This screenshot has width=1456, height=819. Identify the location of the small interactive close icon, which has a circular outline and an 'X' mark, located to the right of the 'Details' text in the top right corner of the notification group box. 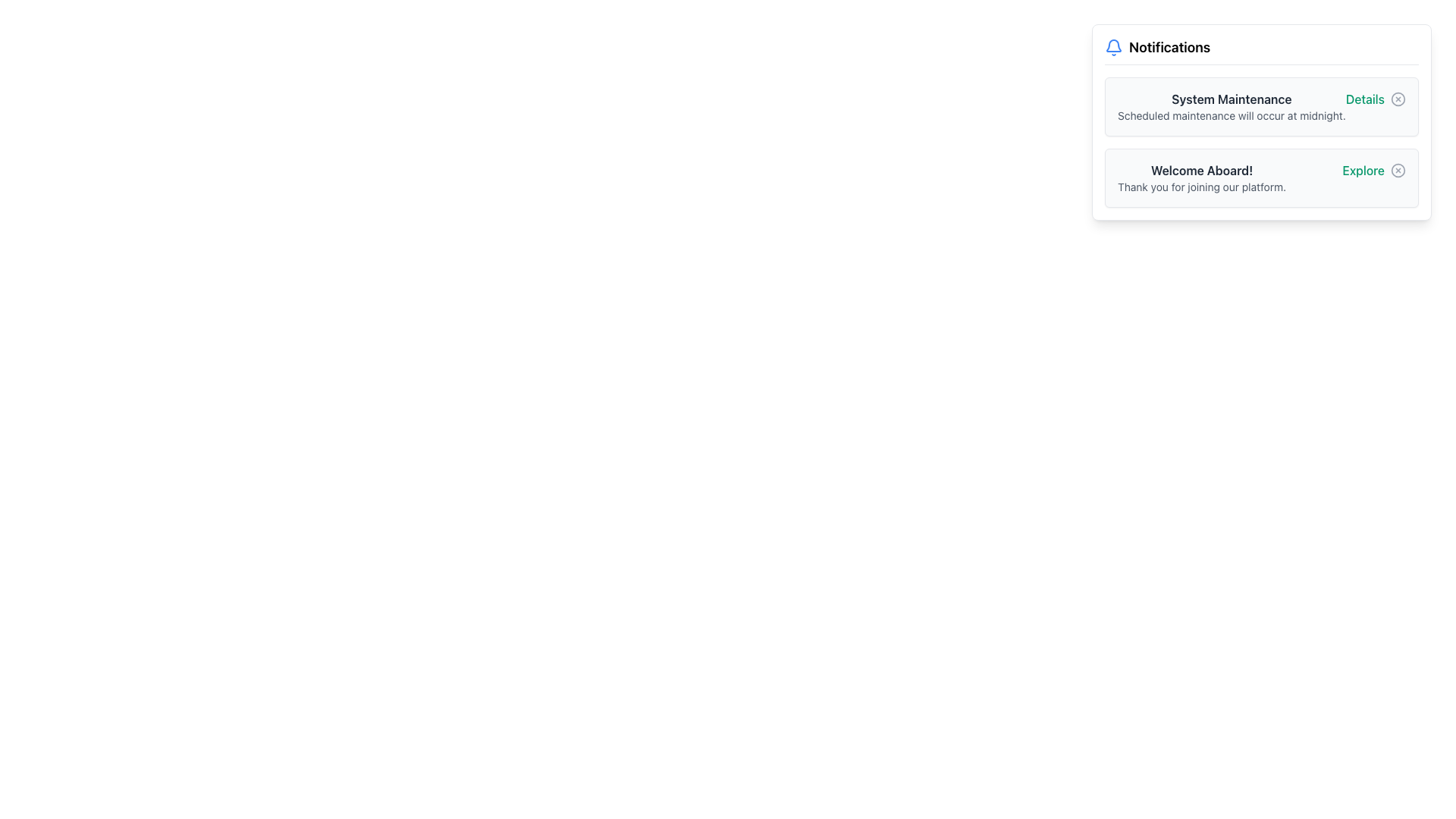
(1397, 99).